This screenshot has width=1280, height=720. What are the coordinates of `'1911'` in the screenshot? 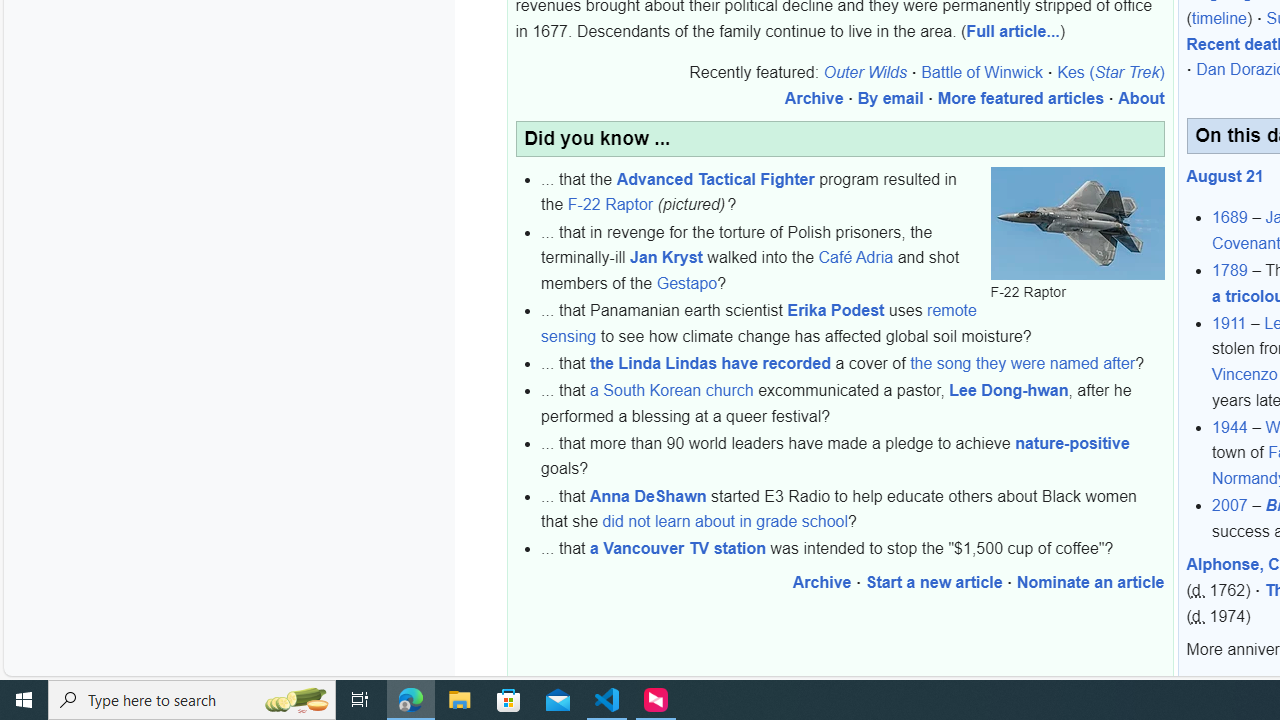 It's located at (1228, 321).